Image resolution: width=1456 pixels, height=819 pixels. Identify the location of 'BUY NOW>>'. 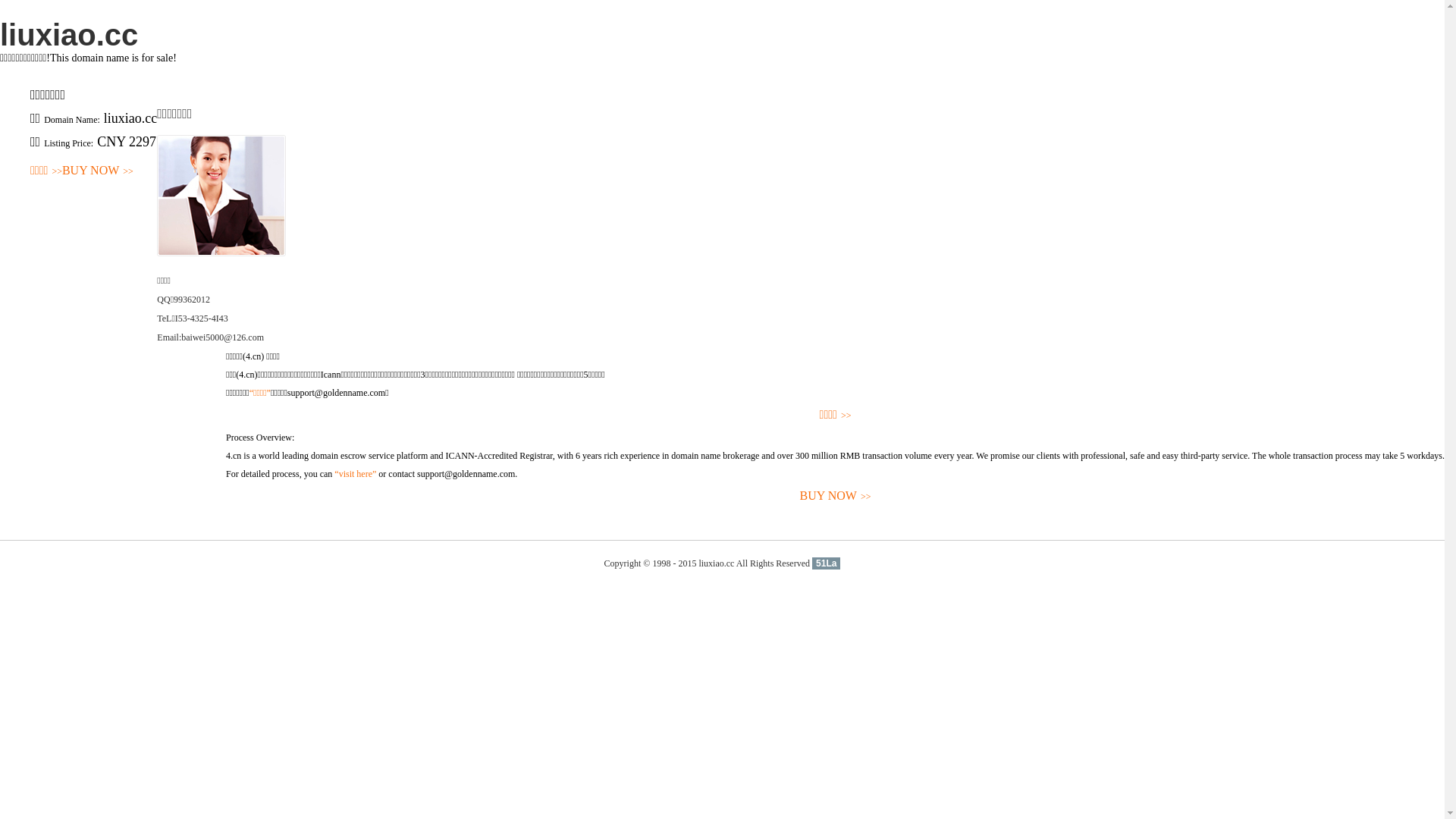
(834, 496).